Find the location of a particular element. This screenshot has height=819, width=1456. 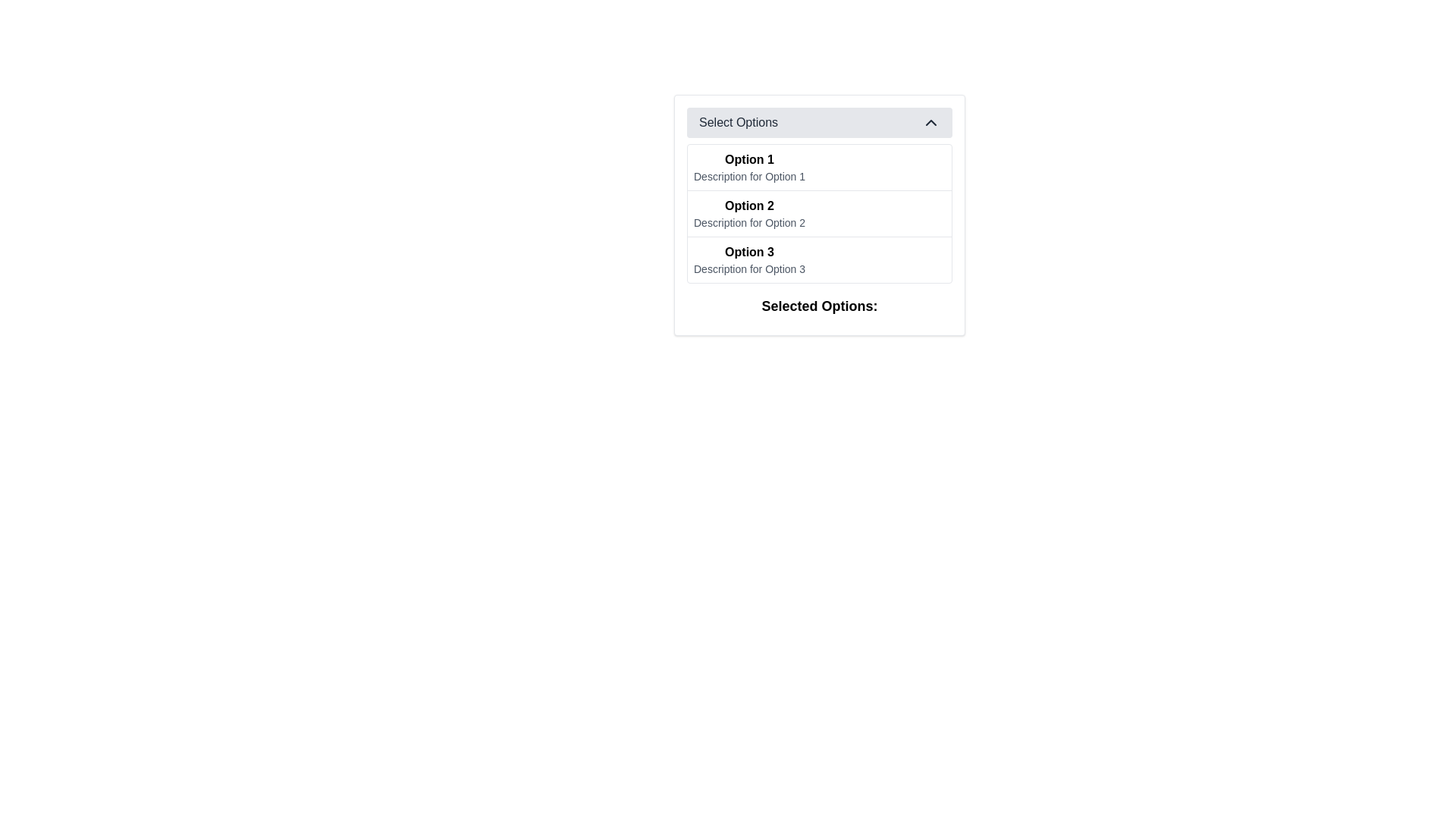

the option in the Dropdown menu is located at coordinates (818, 249).